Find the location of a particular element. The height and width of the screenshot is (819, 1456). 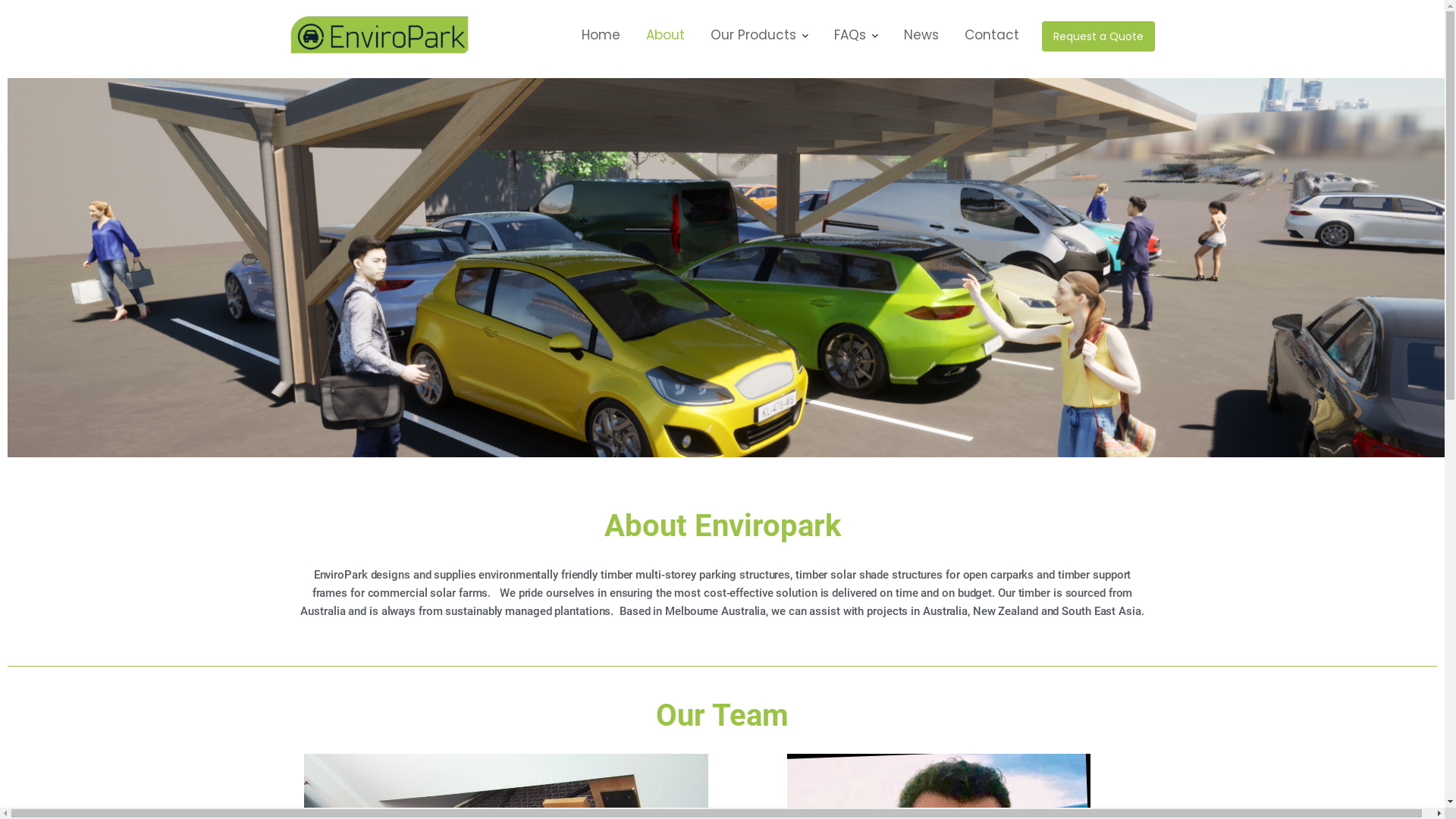

'News' is located at coordinates (920, 34).